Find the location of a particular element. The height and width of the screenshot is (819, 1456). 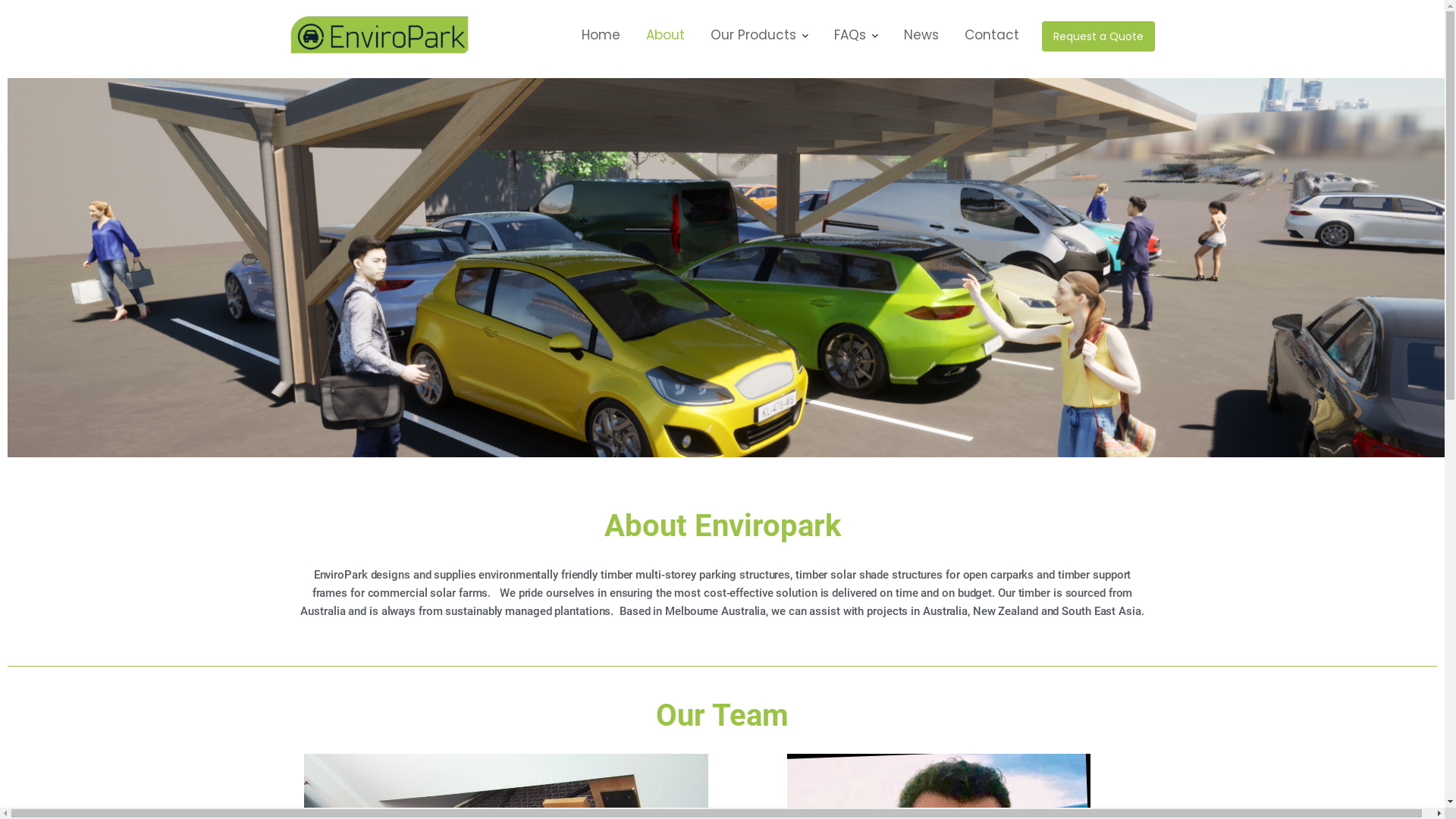

'News' is located at coordinates (920, 34).